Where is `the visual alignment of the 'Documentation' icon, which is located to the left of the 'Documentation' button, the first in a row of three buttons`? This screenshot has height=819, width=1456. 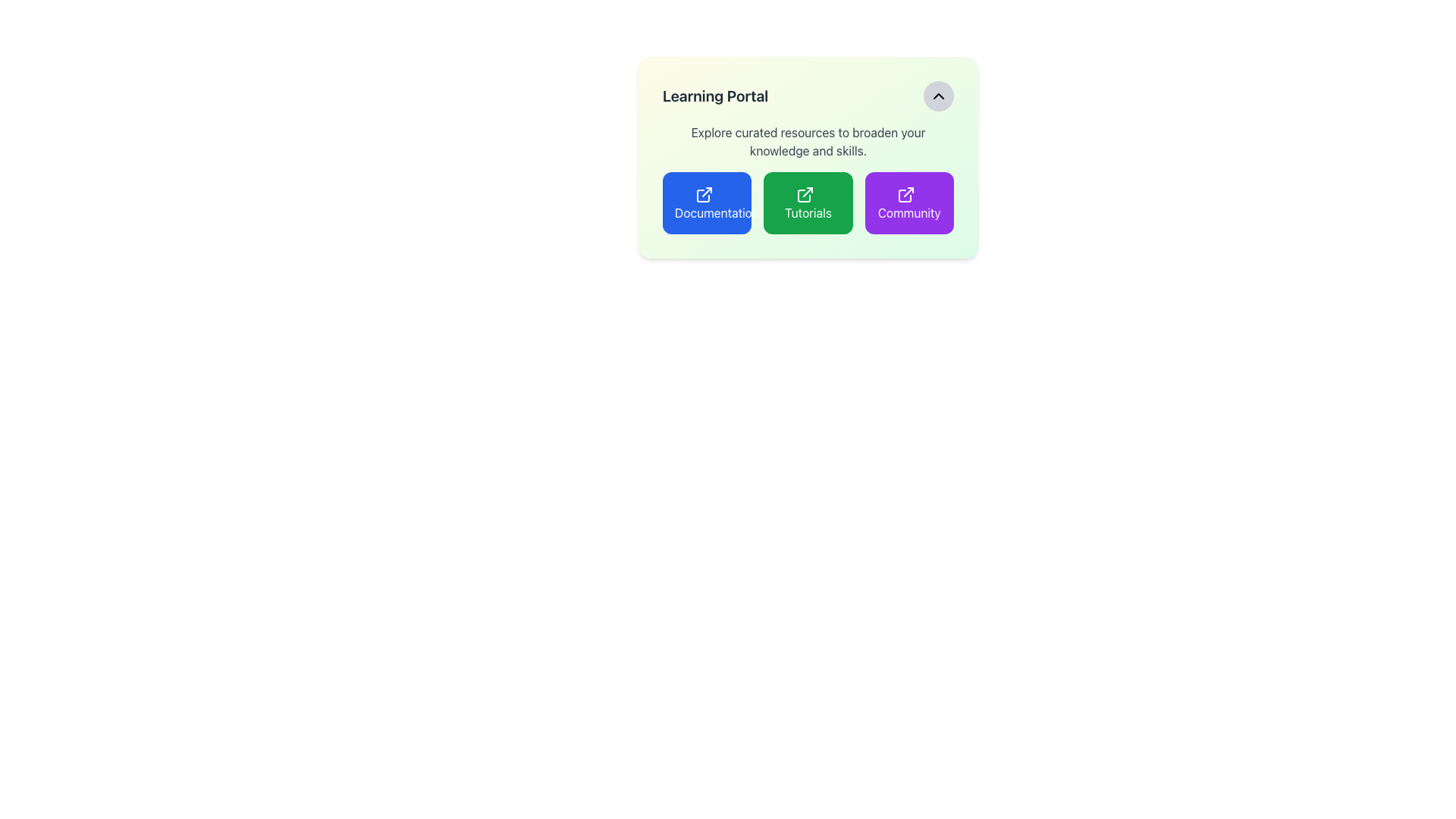 the visual alignment of the 'Documentation' icon, which is located to the left of the 'Documentation' button, the first in a row of three buttons is located at coordinates (703, 193).